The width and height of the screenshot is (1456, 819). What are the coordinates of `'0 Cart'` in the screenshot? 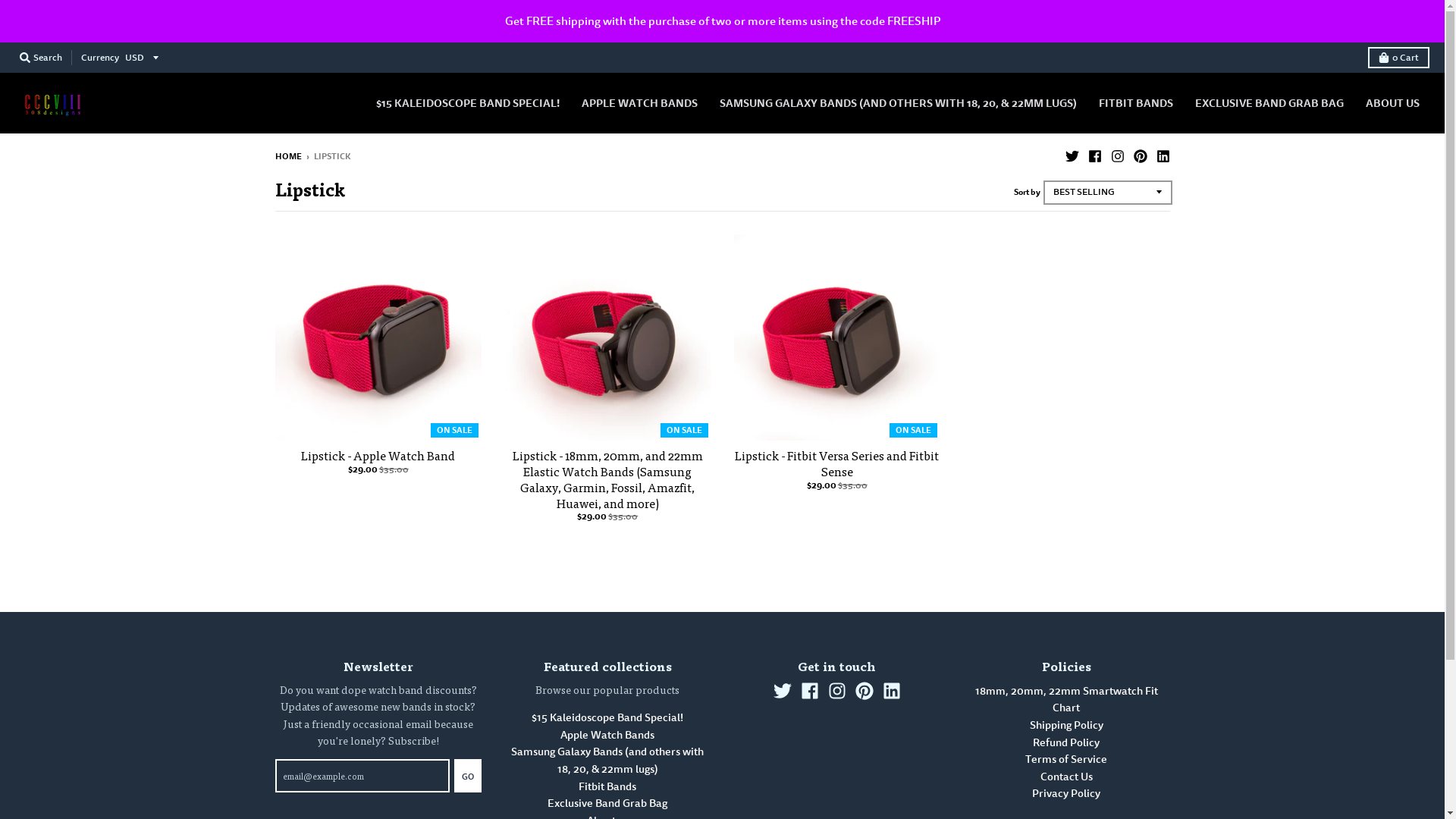 It's located at (1398, 57).